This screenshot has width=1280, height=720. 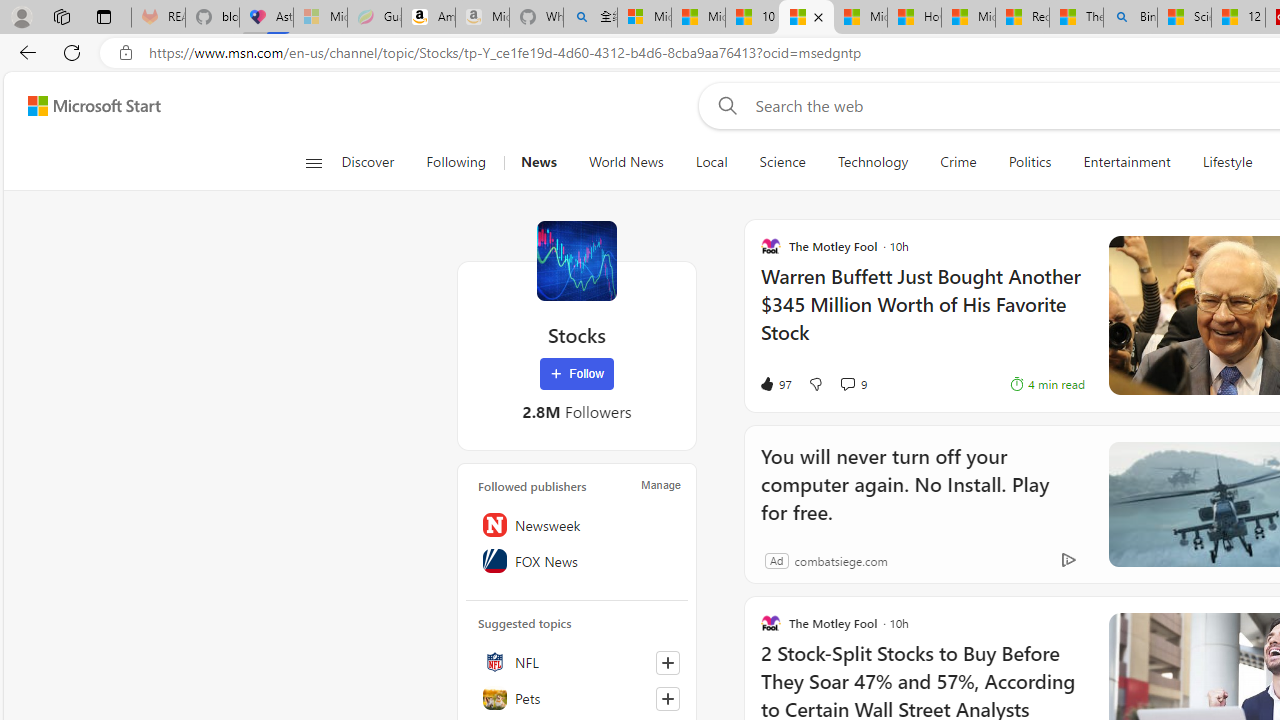 What do you see at coordinates (1029, 162) in the screenshot?
I see `'Politics'` at bounding box center [1029, 162].